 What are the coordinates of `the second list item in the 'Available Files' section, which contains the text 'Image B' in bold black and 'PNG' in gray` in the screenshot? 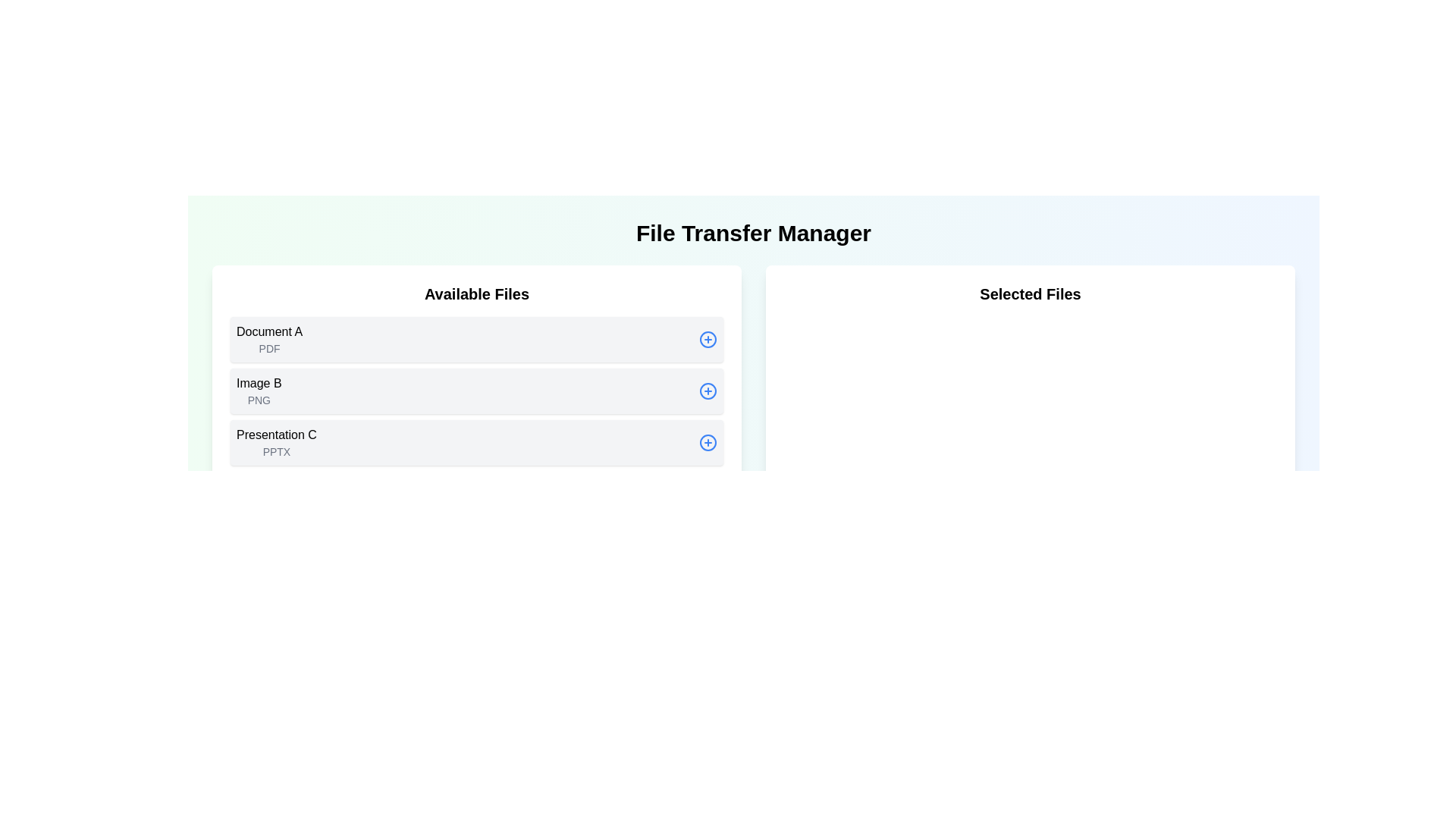 It's located at (259, 391).